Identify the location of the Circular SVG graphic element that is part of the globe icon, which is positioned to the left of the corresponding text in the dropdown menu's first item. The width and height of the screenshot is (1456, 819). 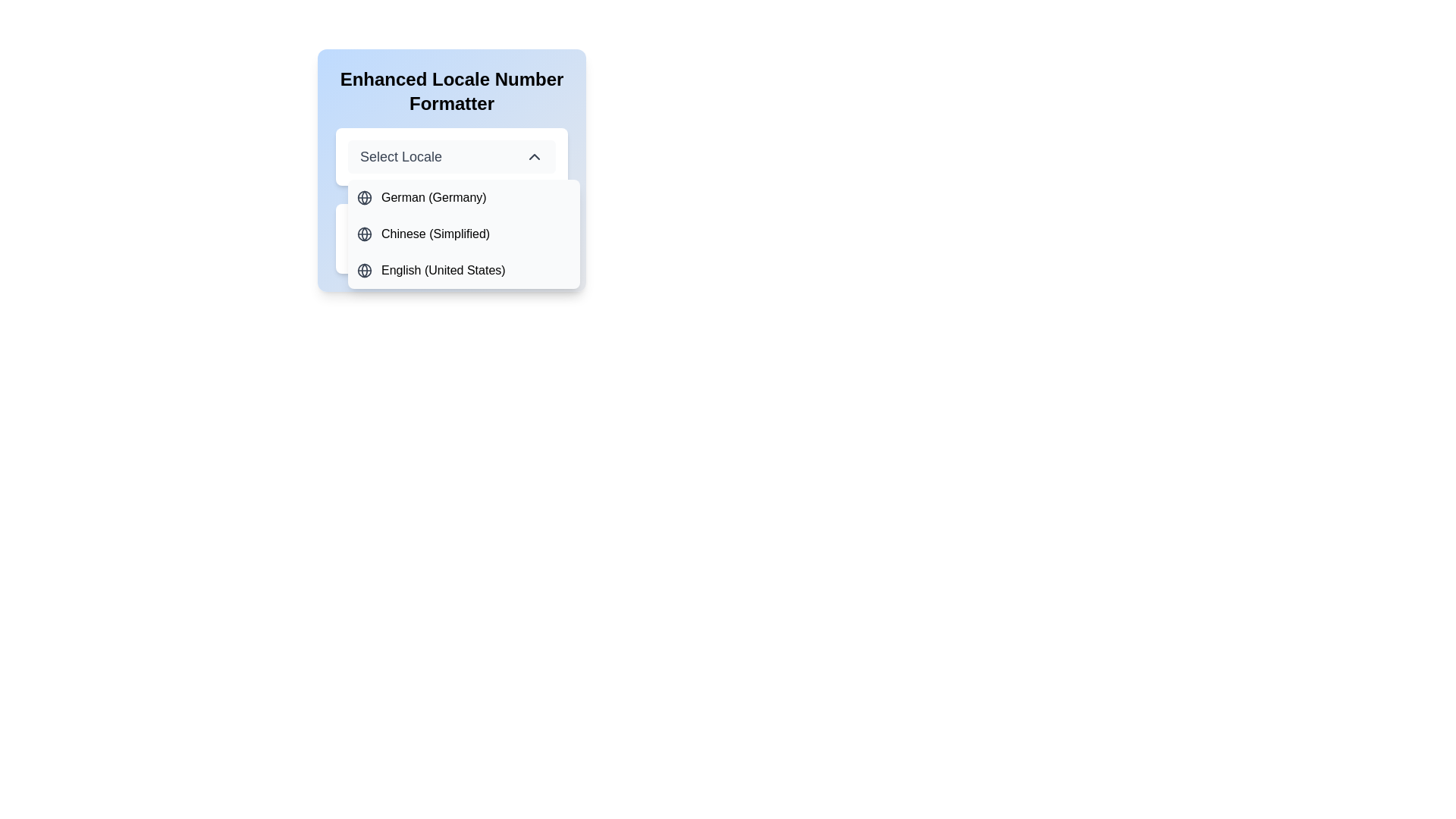
(364, 234).